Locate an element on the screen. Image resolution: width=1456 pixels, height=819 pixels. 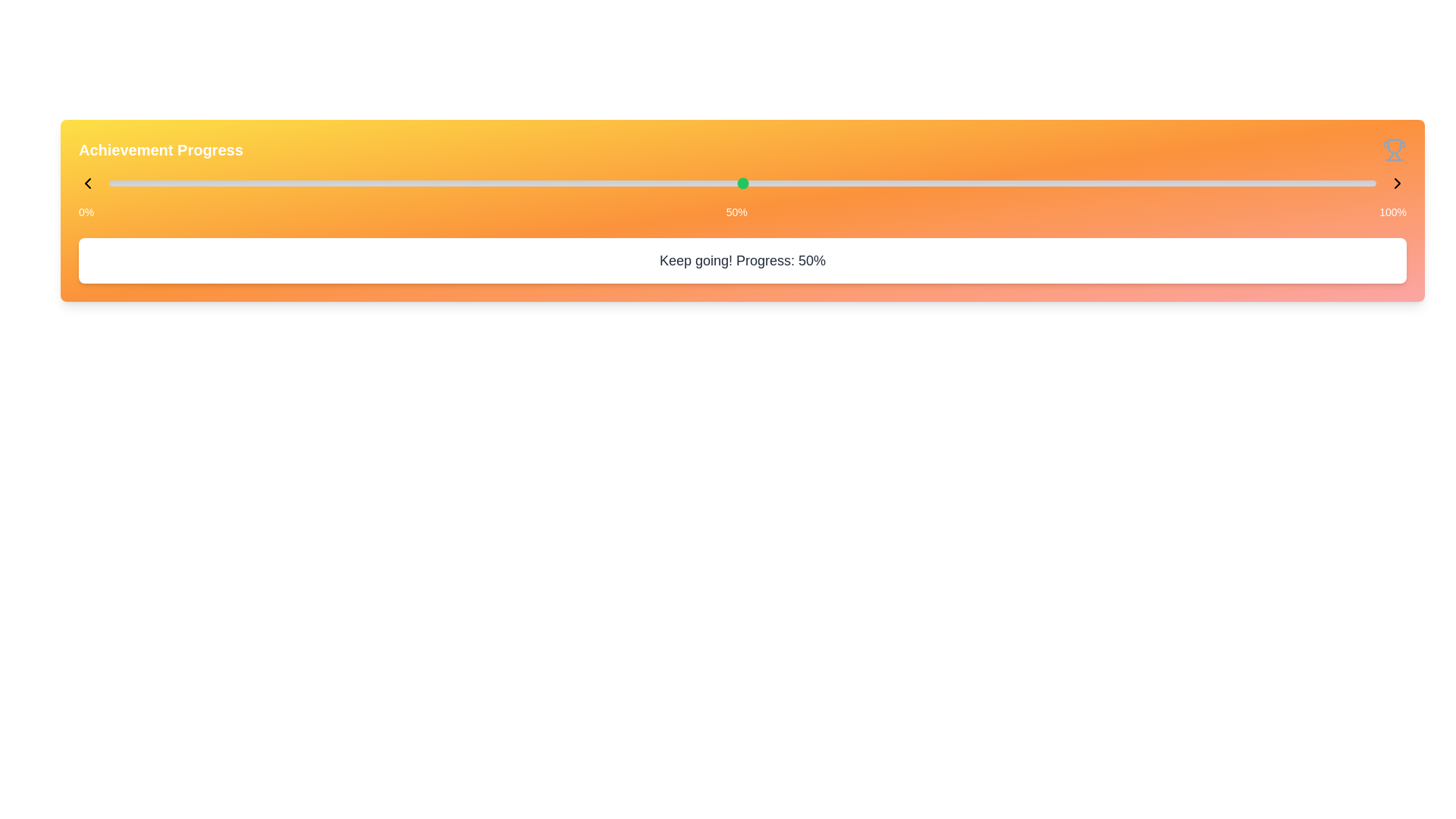
the 'Achievement Progress' text label is located at coordinates (161, 149).